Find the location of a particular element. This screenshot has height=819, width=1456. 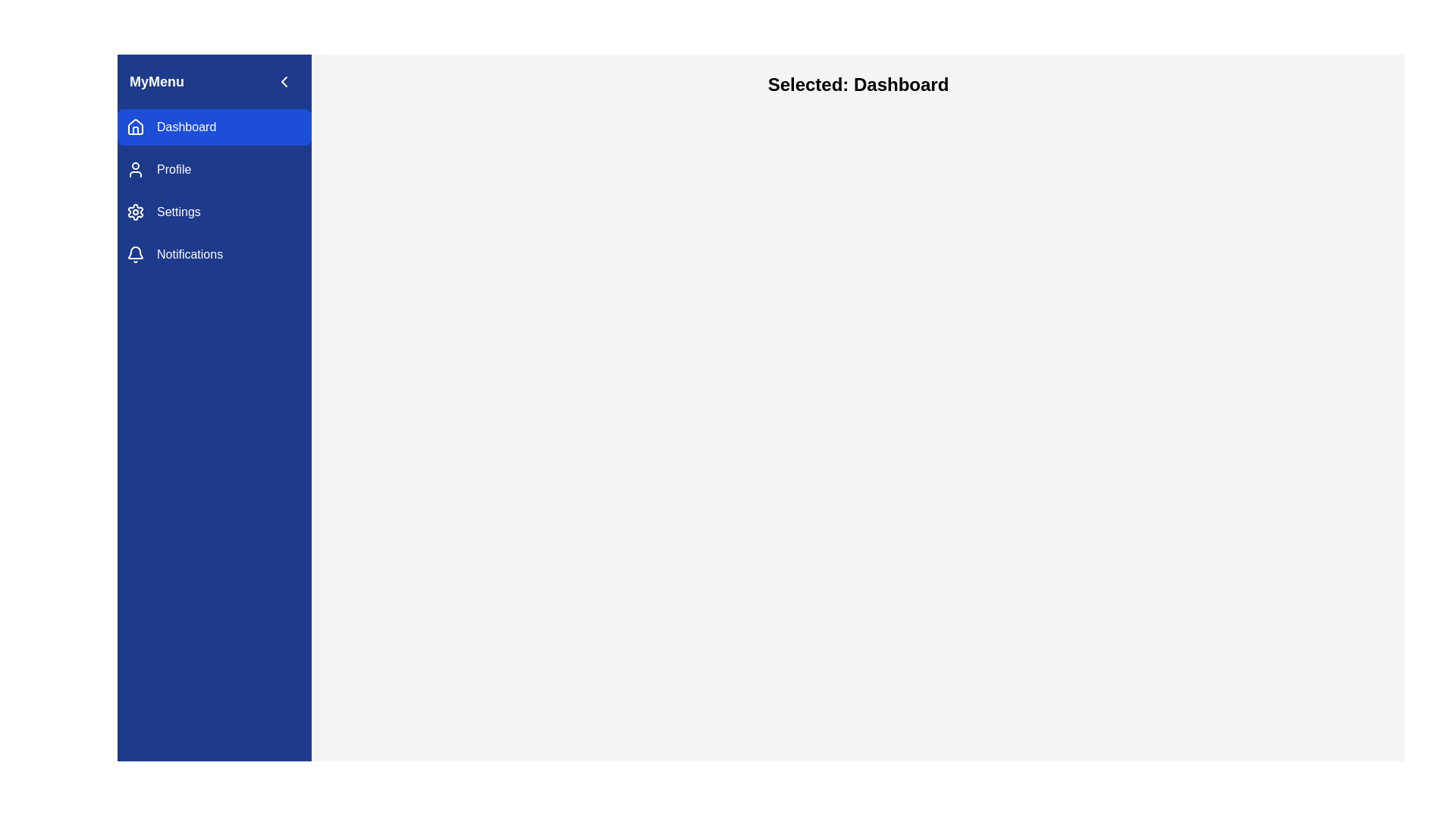

the notification icon located to the left of the 'Notifications' text in the sidebar menu is located at coordinates (135, 253).